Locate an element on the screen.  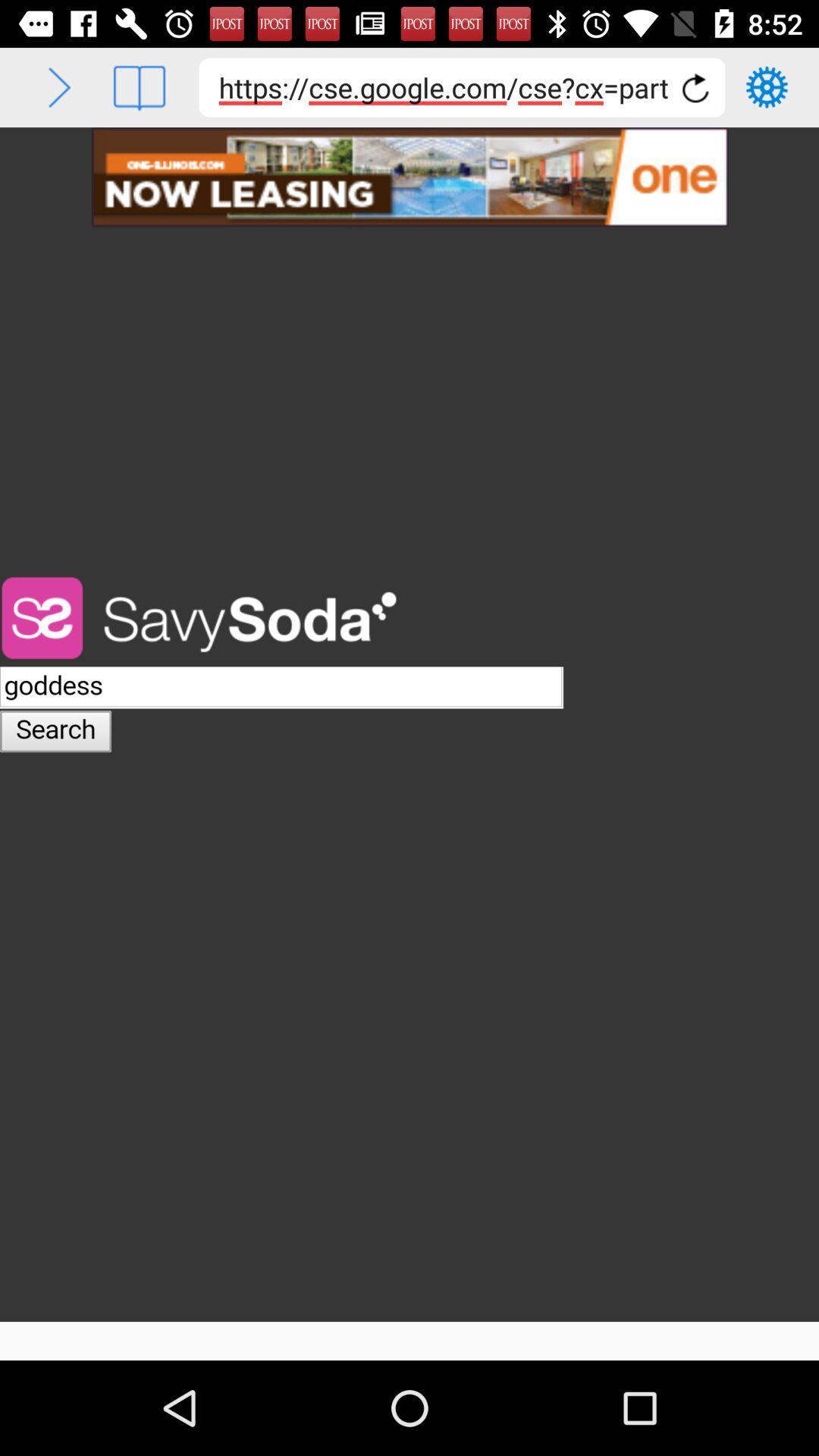
reader view is located at coordinates (139, 86).